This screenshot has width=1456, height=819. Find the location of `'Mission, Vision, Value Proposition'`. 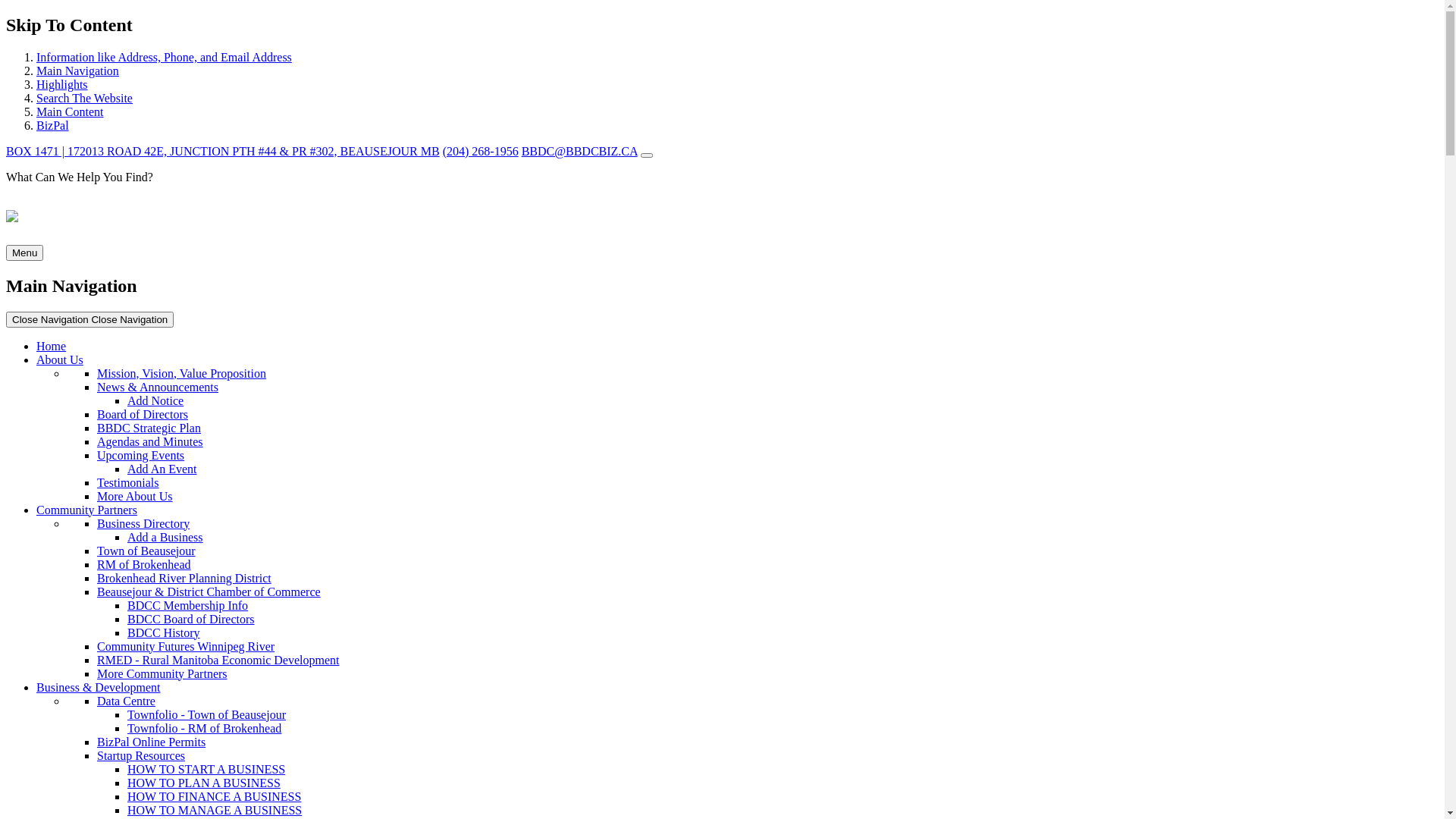

'Mission, Vision, Value Proposition' is located at coordinates (181, 373).